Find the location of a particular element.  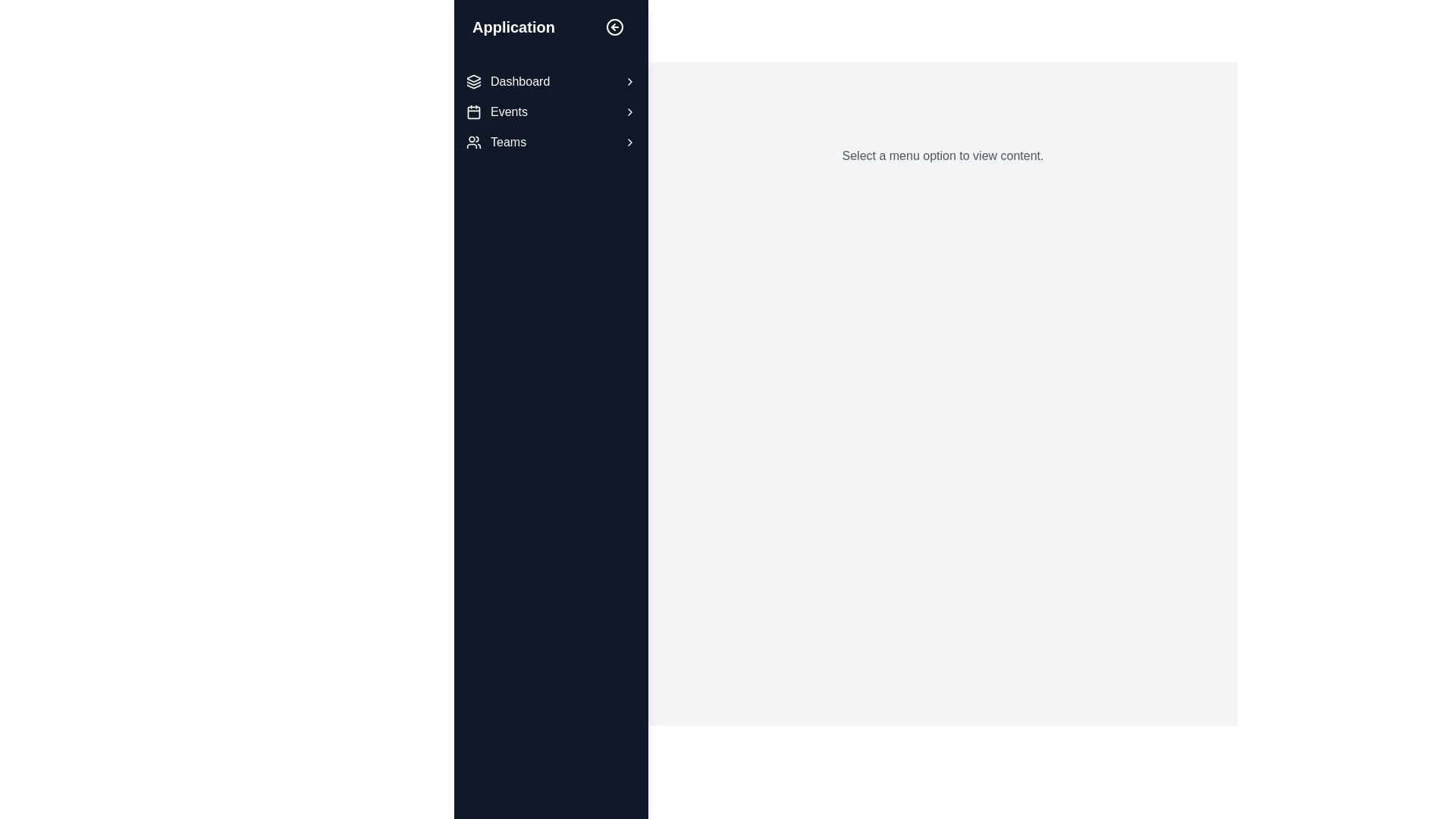

the 'Teams' menu option in the left sidebar is located at coordinates (550, 143).